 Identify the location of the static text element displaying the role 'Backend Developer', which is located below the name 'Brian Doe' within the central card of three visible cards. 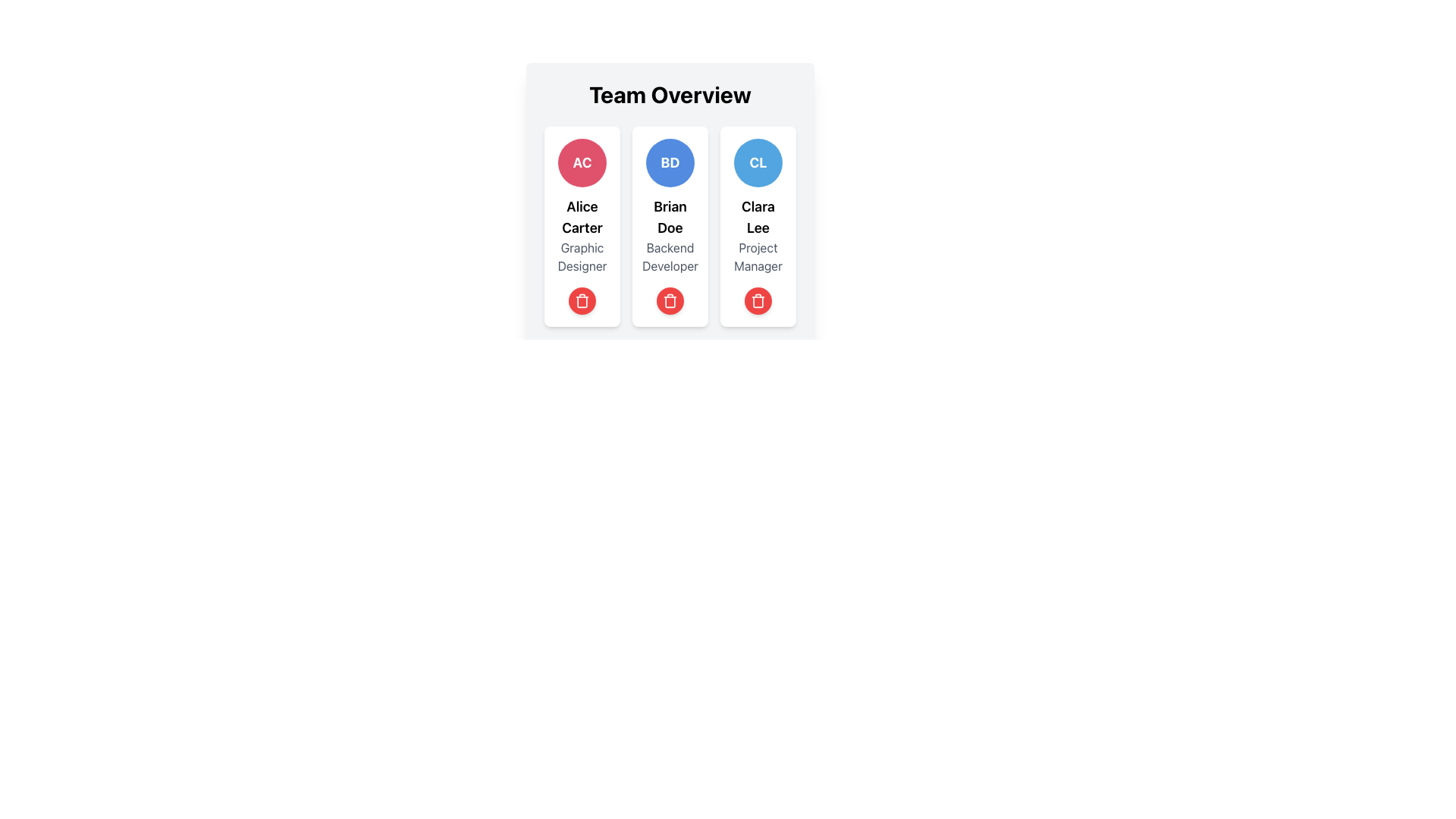
(669, 256).